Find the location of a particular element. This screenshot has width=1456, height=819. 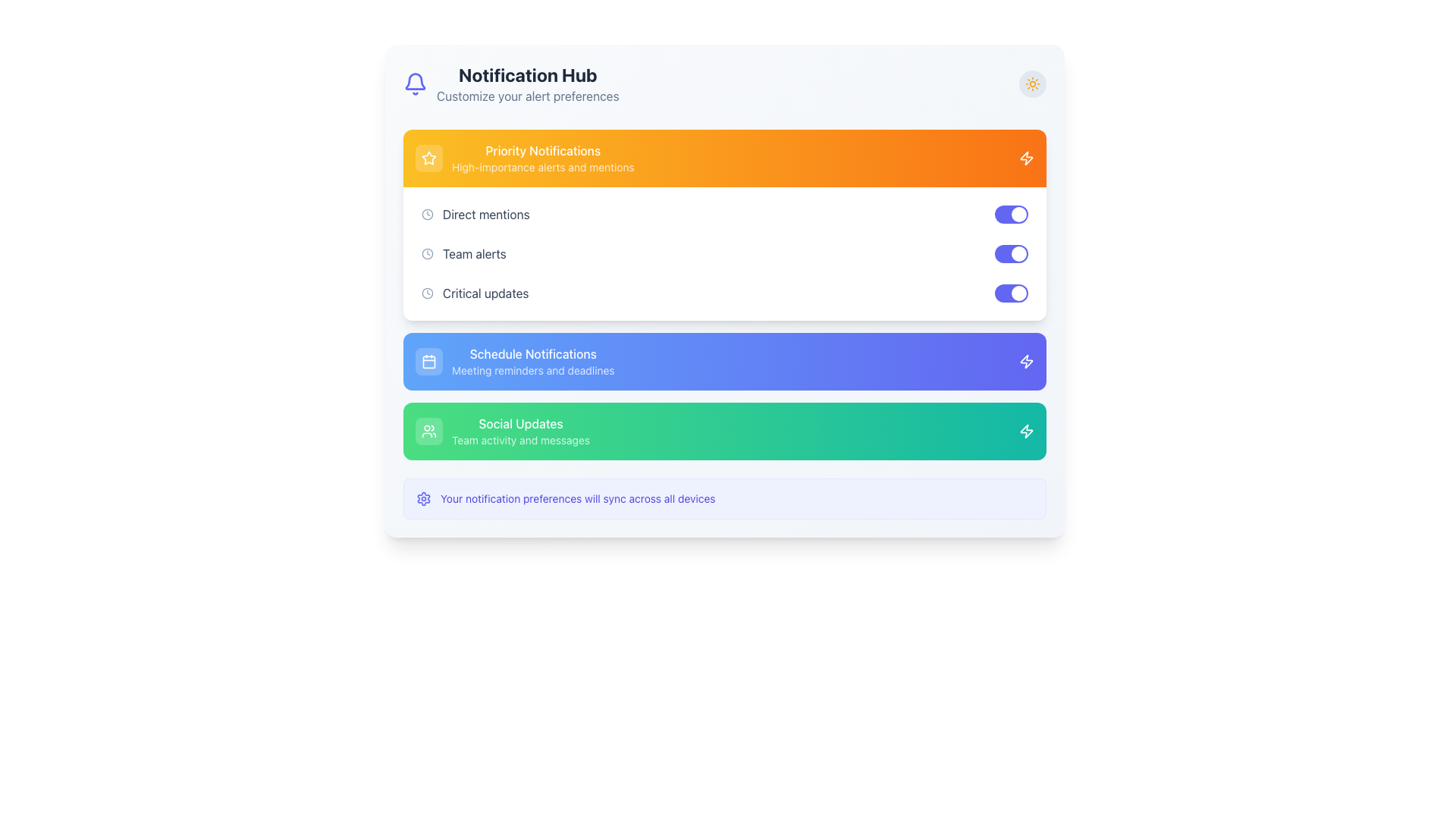

the third Interactive Card in the vertical list of notification settings is located at coordinates (723, 431).